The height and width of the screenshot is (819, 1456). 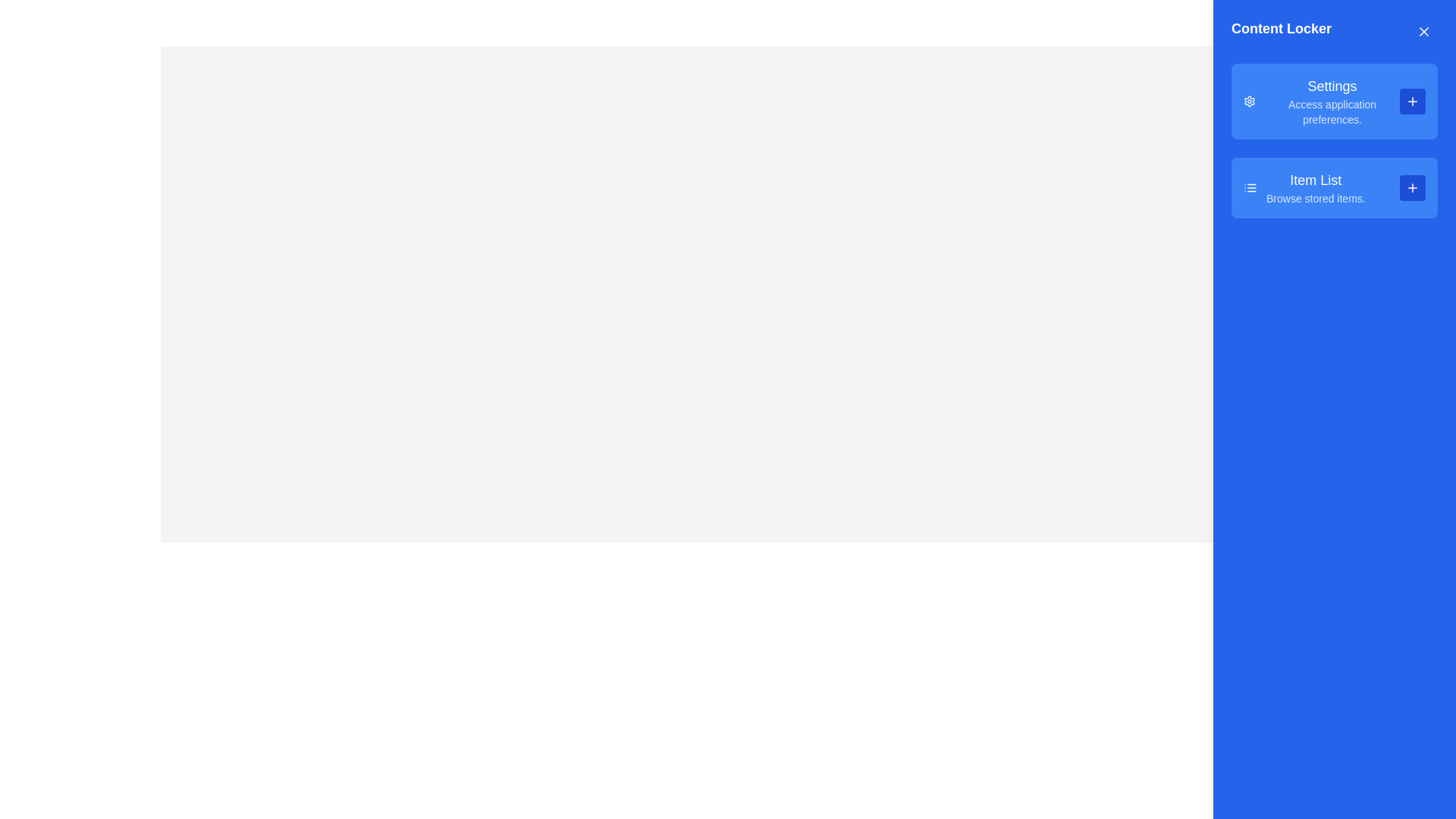 I want to click on the Close icon button (Cross icon) located at the top right corner of the 'Content Locker' sidebar, so click(x=1423, y=32).